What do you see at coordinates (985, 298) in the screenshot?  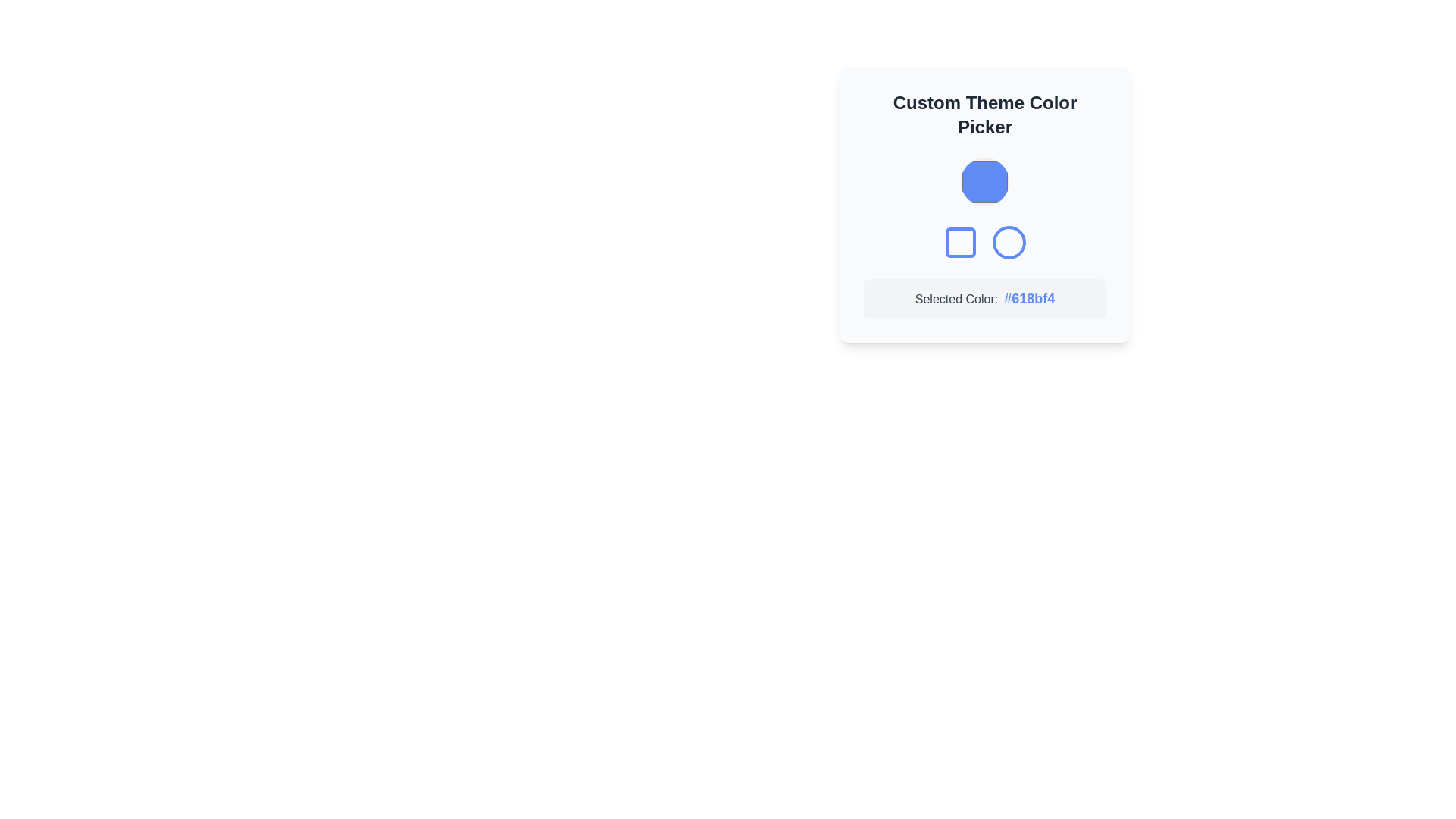 I see `the information display text element that shows 'Selected Color:#618bf4' with a blue color on a light gray background, located at the bottom of the 'Custom Theme Color Picker' card` at bounding box center [985, 298].